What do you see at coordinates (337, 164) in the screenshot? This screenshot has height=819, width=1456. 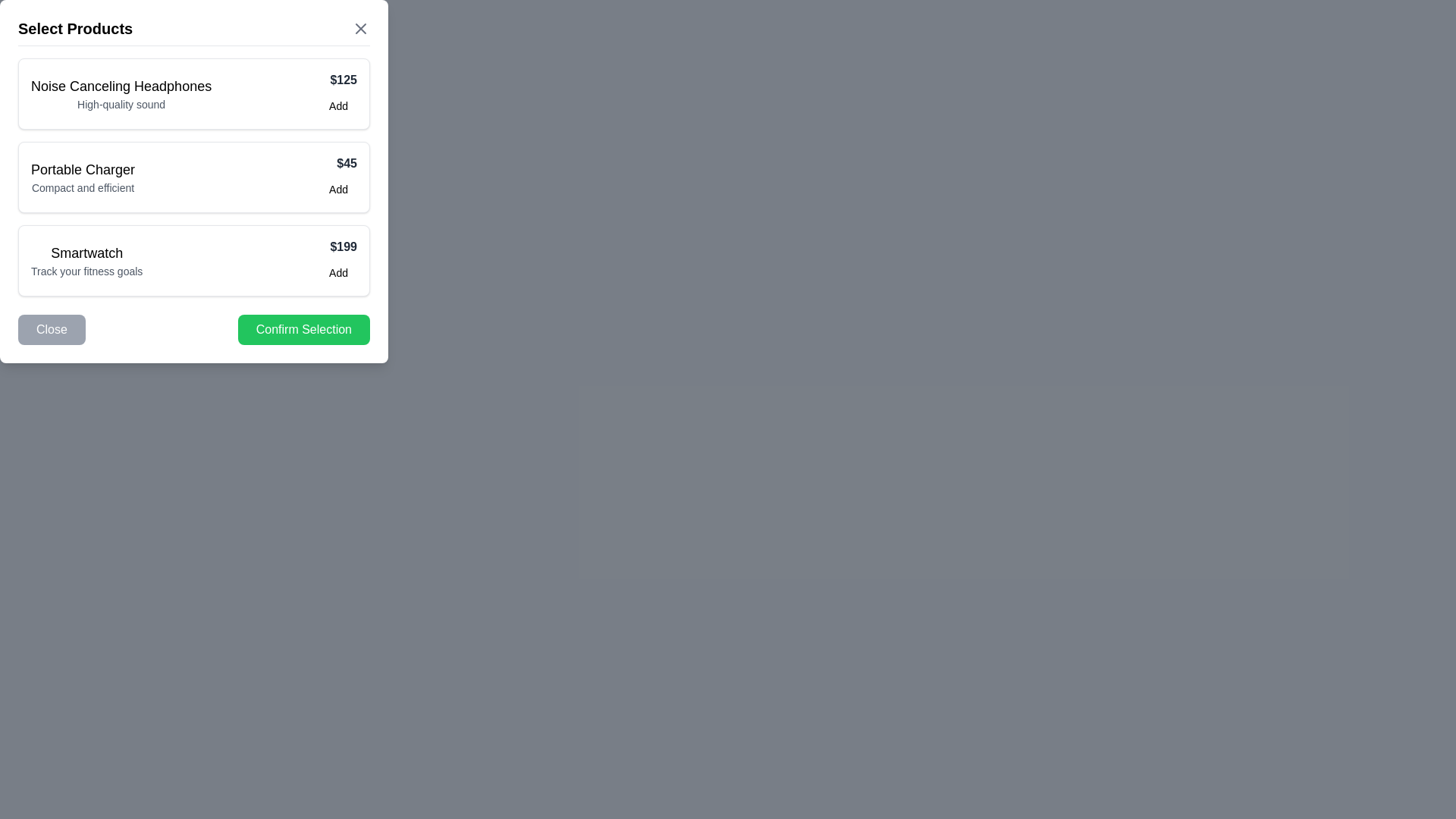 I see `the text label displaying '$45', which is in bold dark gray font, located to the right of the 'Portable Charger' description in the second item row of the product list` at bounding box center [337, 164].